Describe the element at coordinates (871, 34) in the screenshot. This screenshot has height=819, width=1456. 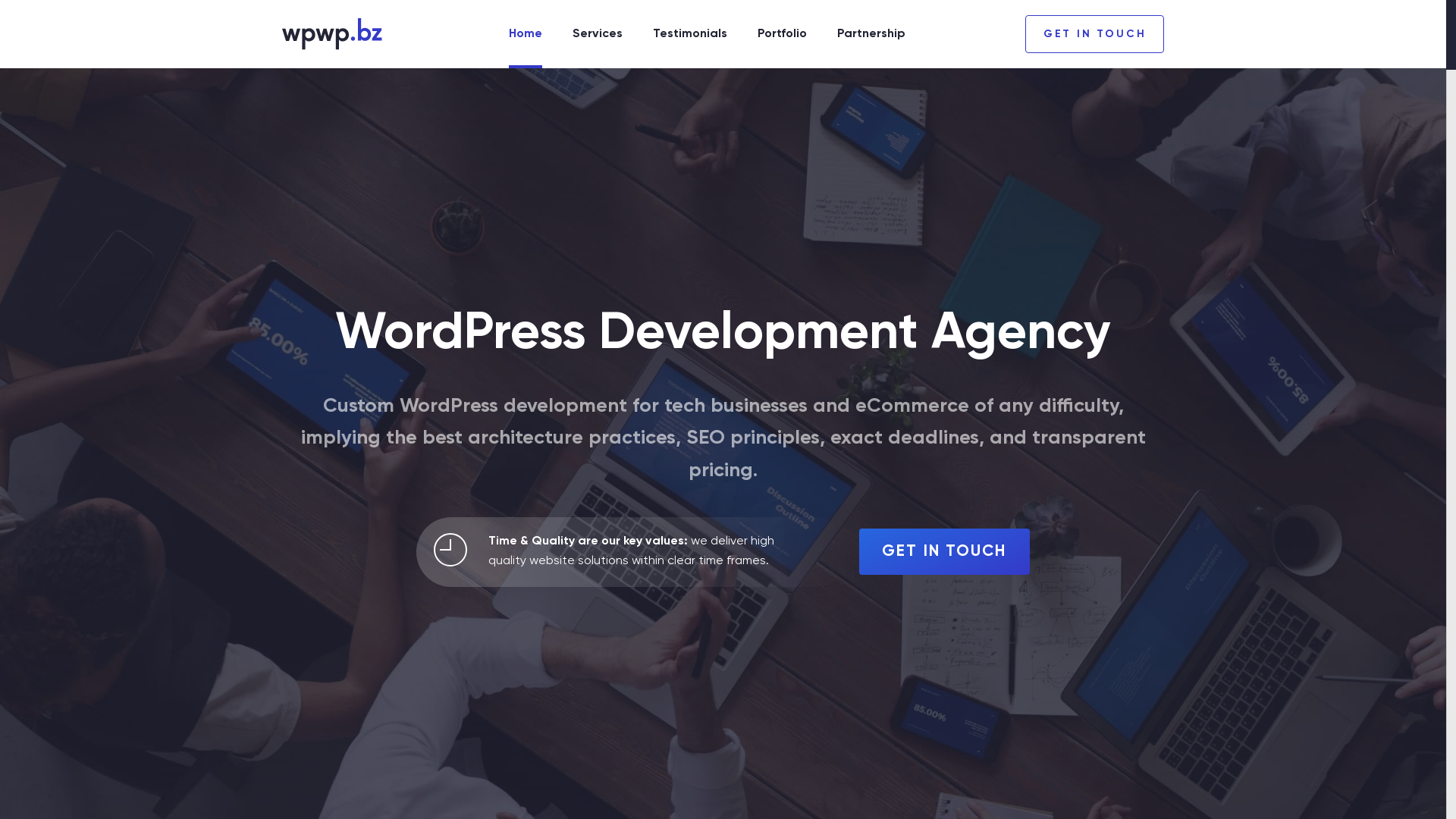
I see `'Partnership'` at that location.